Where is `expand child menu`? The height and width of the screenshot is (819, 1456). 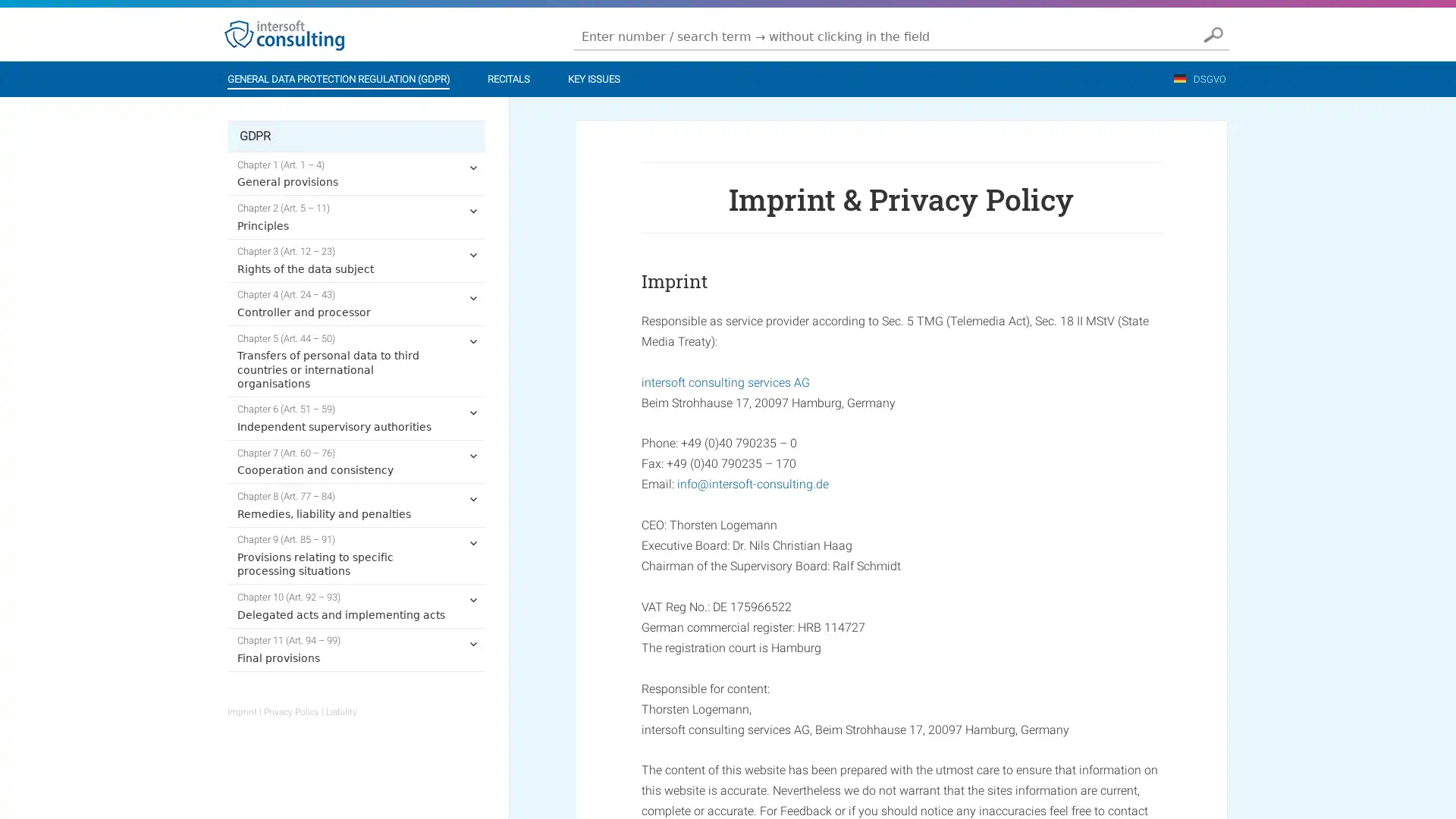
expand child menu is located at coordinates (472, 341).